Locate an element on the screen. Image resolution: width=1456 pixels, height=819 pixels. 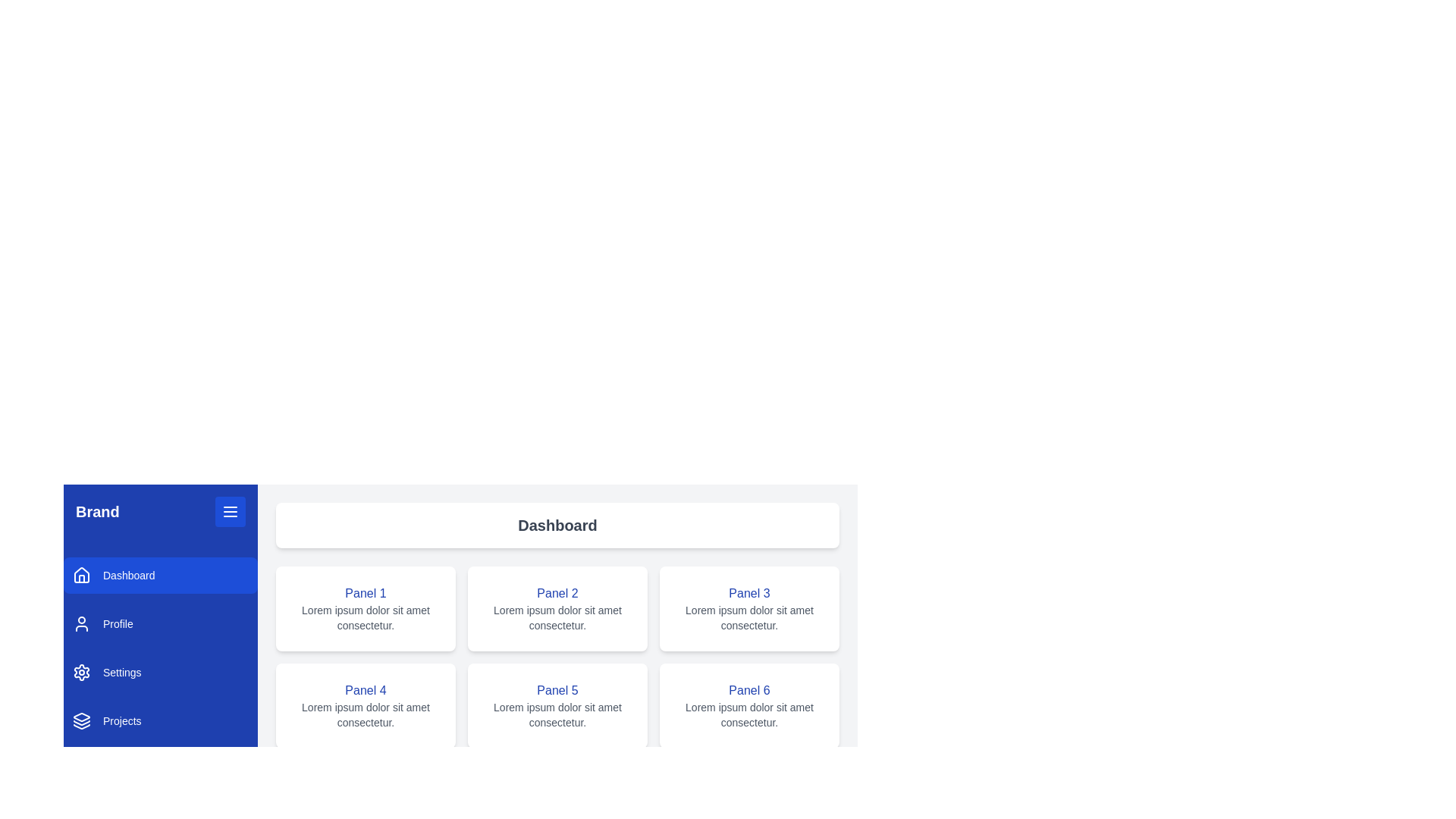
the Sidebar navigation menu is located at coordinates (160, 648).